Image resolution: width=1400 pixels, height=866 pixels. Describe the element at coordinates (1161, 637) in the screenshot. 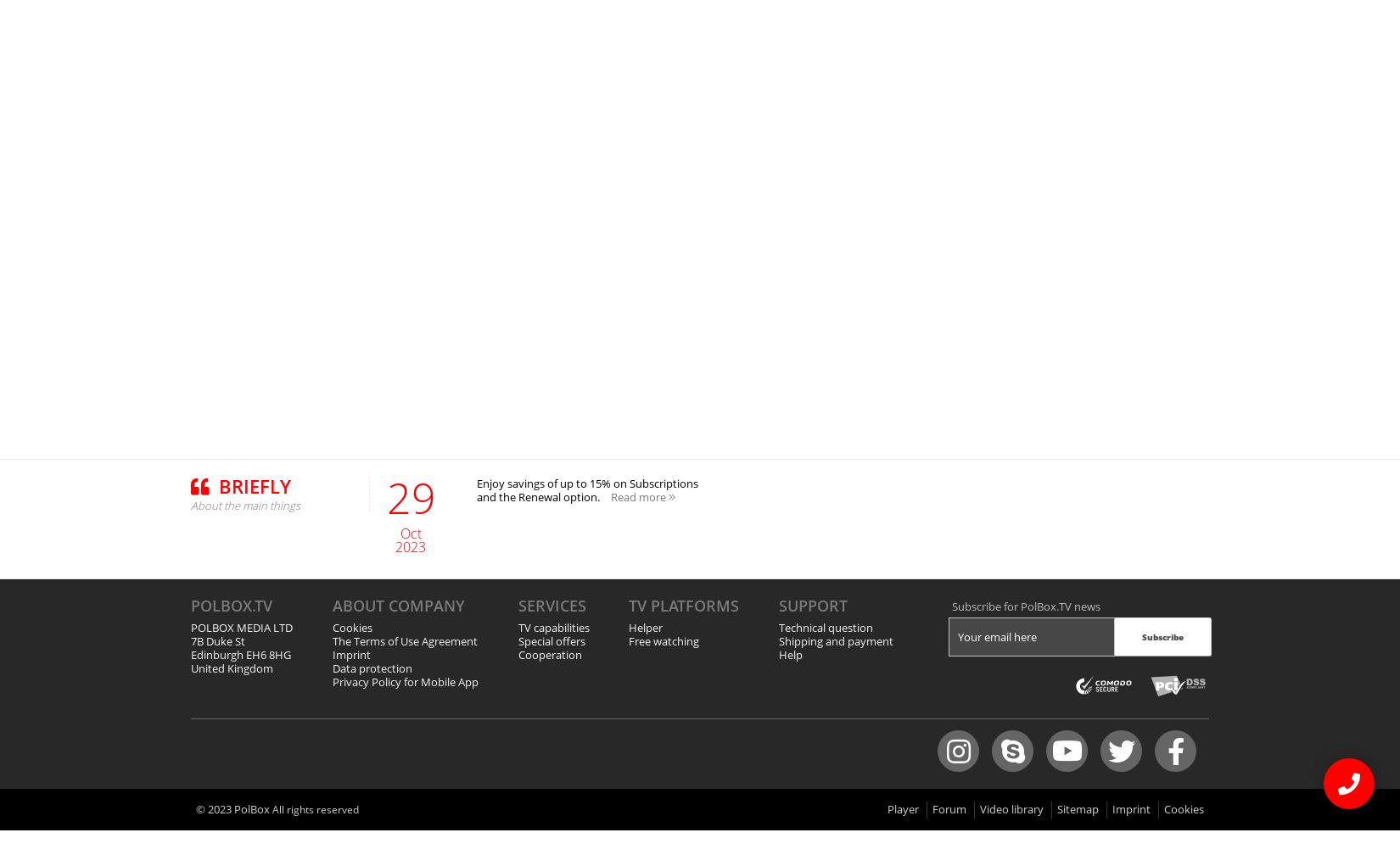

I see `'Subscribe'` at that location.